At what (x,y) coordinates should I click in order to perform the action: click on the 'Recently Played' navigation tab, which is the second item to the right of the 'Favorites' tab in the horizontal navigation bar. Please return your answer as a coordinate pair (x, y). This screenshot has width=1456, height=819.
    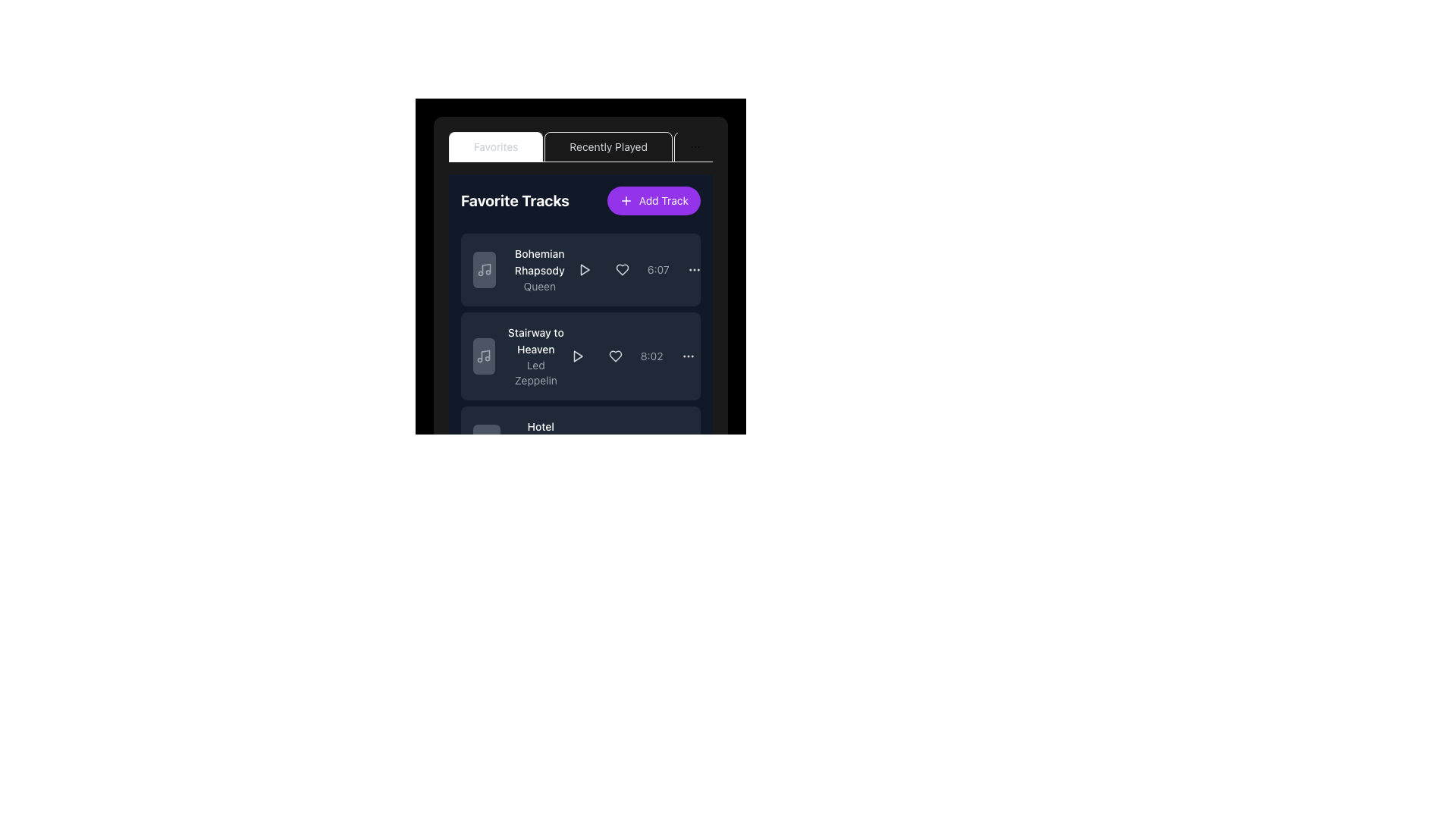
    Looking at the image, I should click on (563, 146).